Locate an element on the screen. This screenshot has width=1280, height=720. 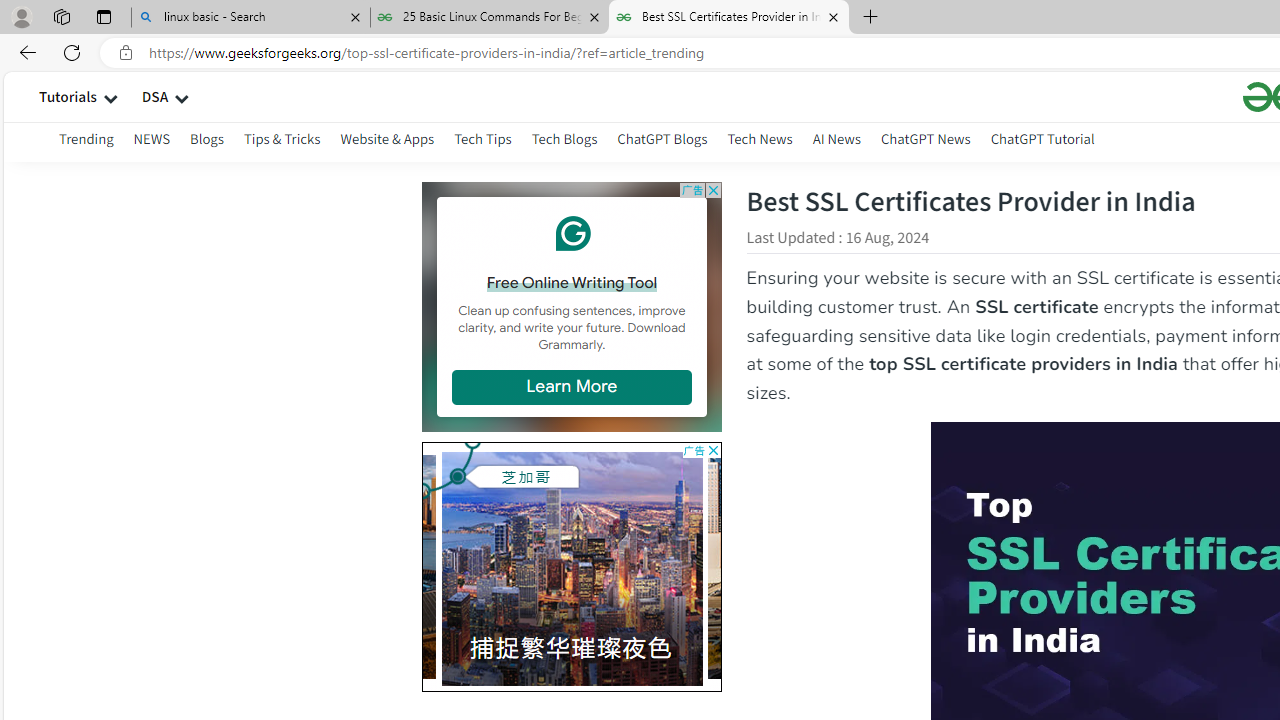
'ChatGPT Tutorial' is located at coordinates (1041, 138).